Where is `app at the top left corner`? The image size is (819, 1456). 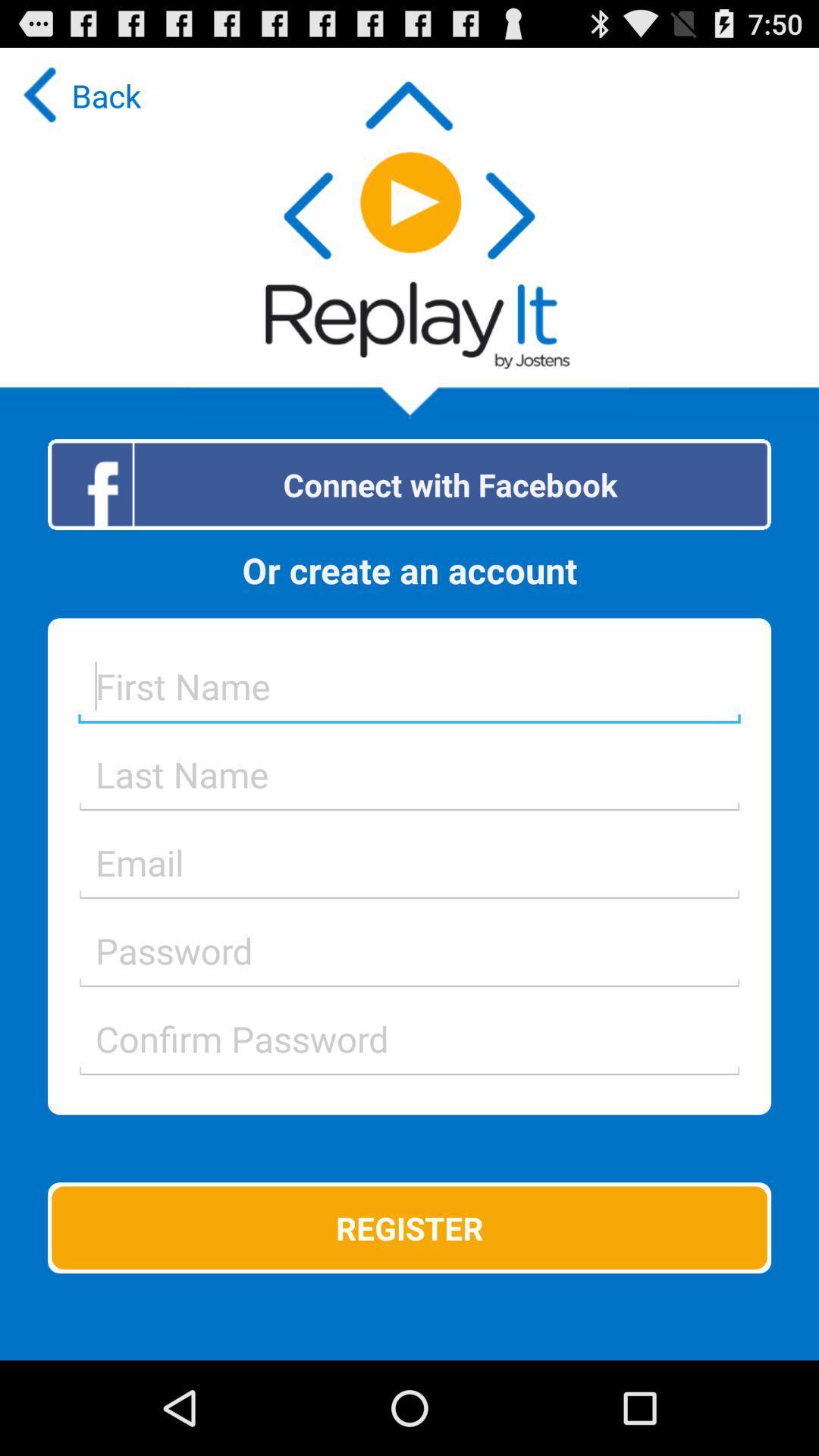
app at the top left corner is located at coordinates (78, 94).